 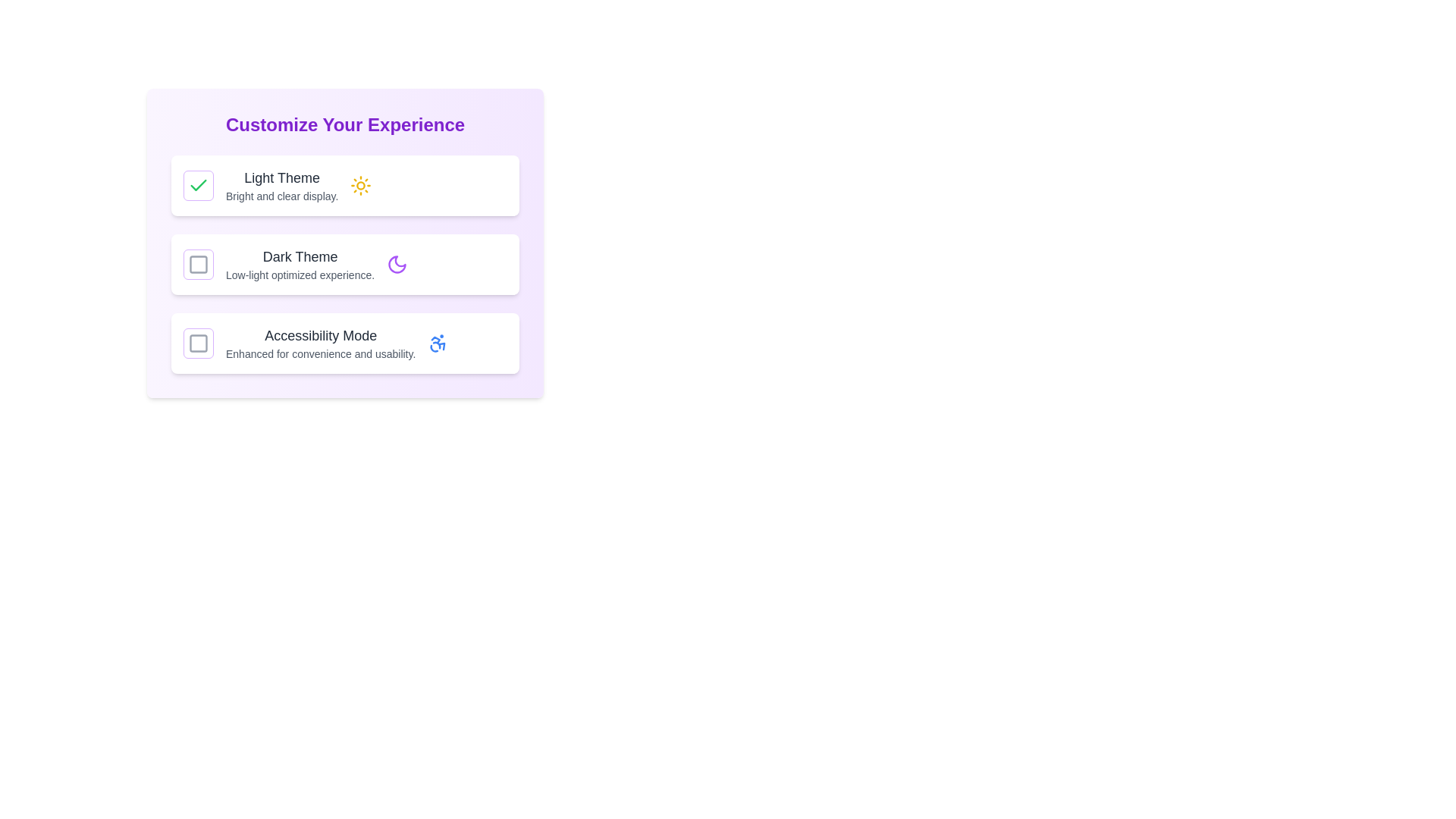 What do you see at coordinates (360, 185) in the screenshot?
I see `the light theme icon, which represents the light theme option located to the left of the text 'Bright and clear display.'` at bounding box center [360, 185].